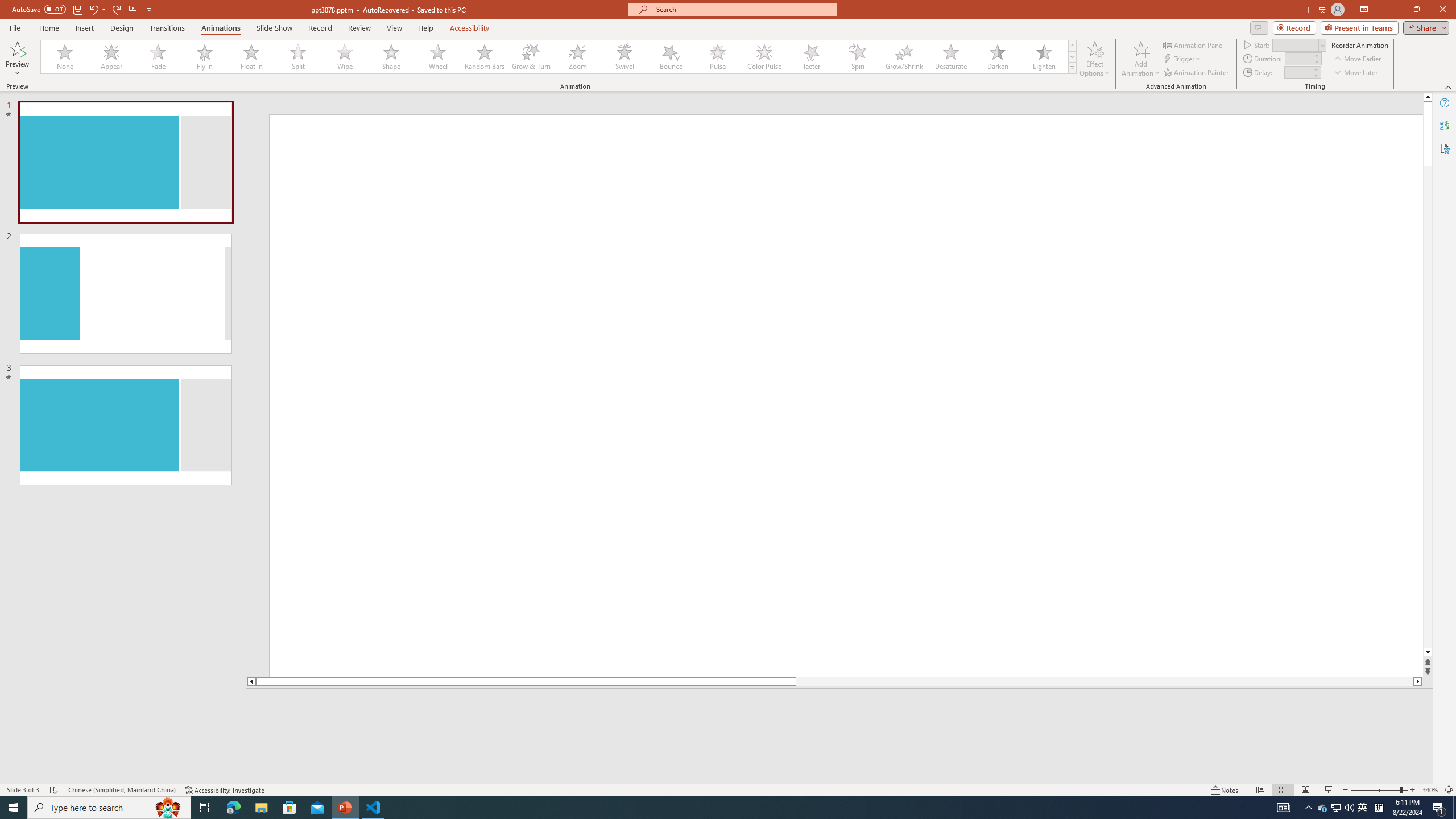  Describe the element at coordinates (1194, 44) in the screenshot. I see `'Animation Pane'` at that location.